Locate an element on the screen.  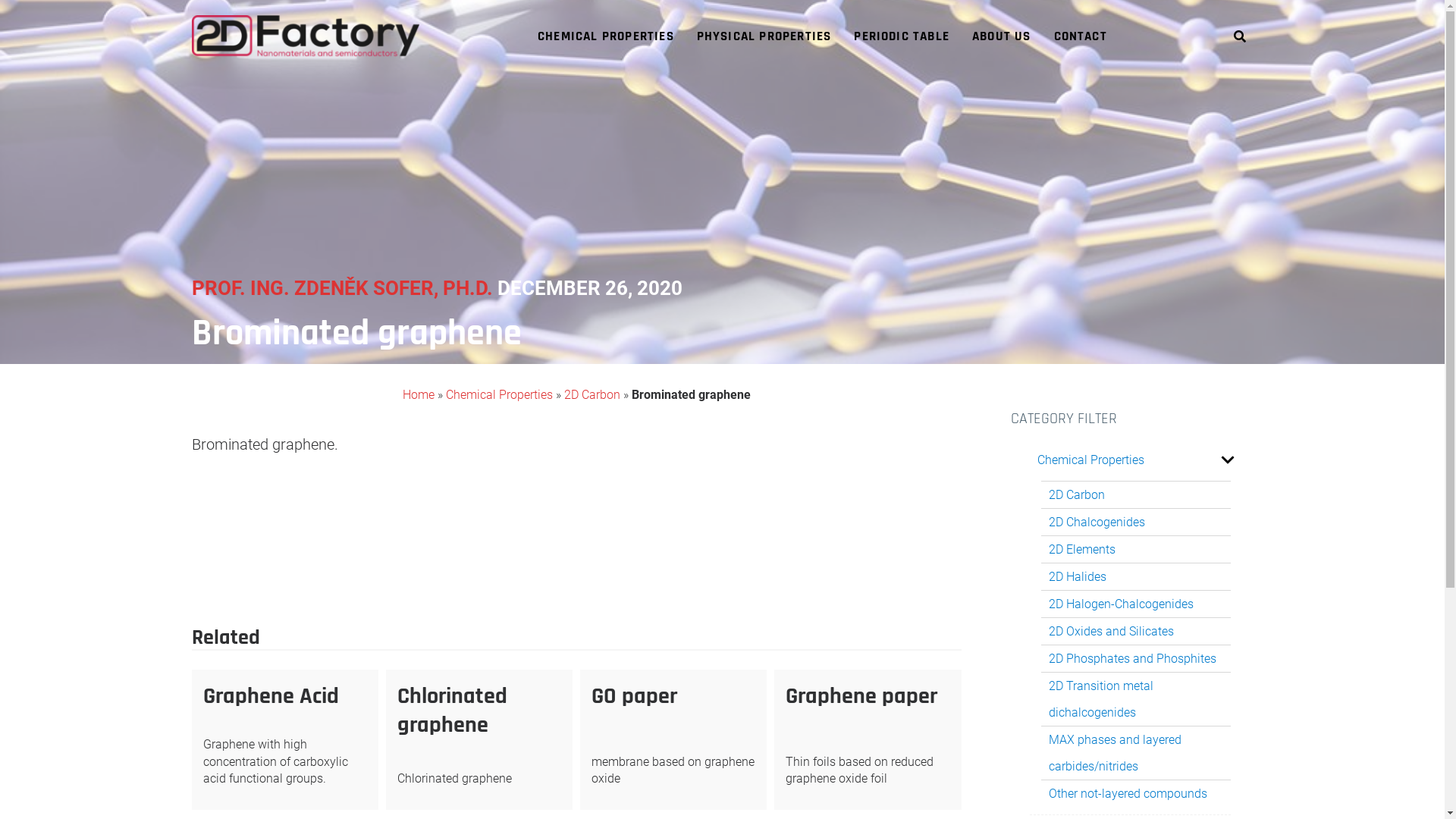
'2D Oxides and Silicates' is located at coordinates (1110, 631).